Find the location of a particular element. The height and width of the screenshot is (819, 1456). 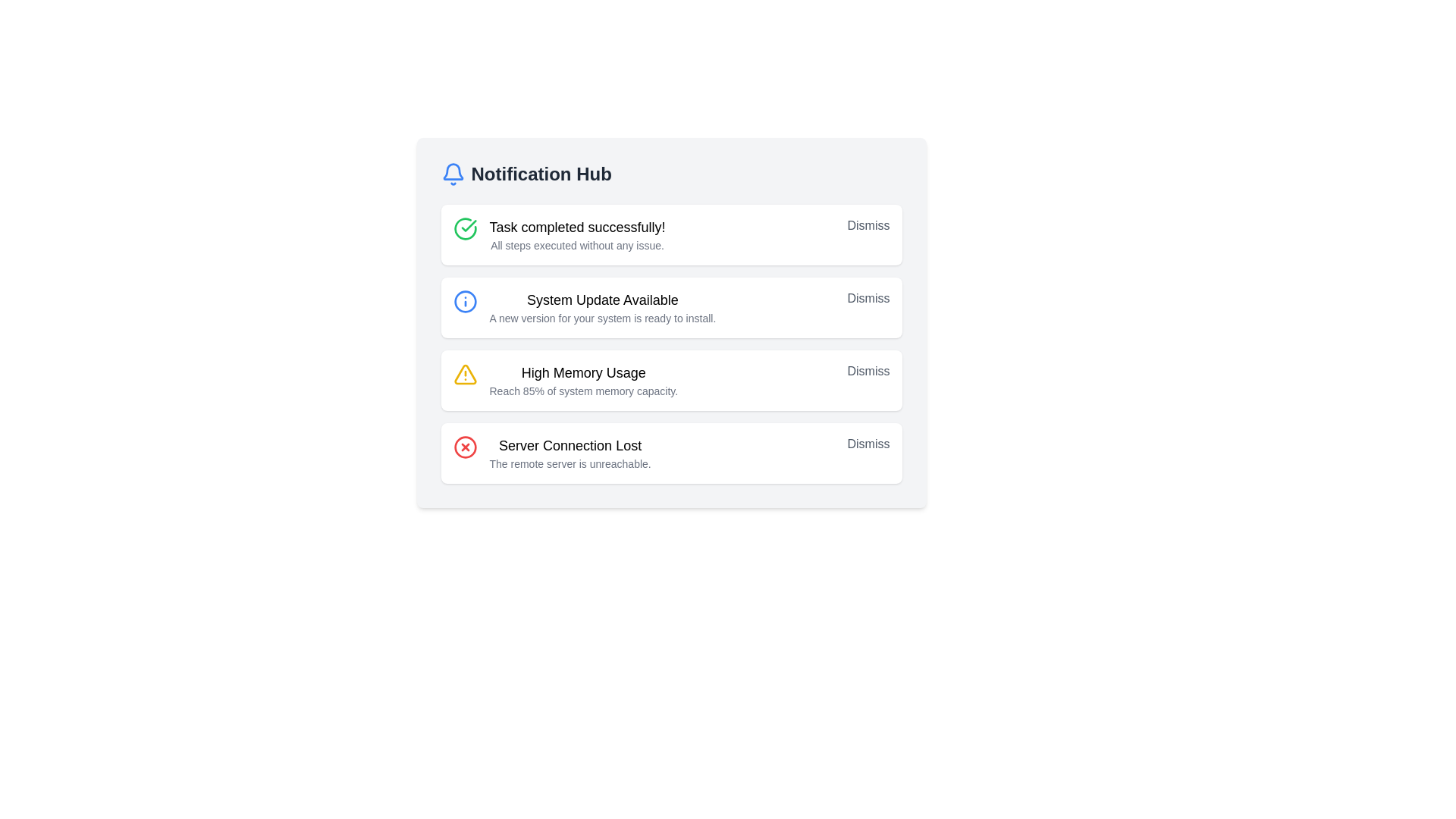

the textual notification message that reads 'The remote server is unreachable.' located below 'Server Connection Lost' within the notification card is located at coordinates (570, 463).